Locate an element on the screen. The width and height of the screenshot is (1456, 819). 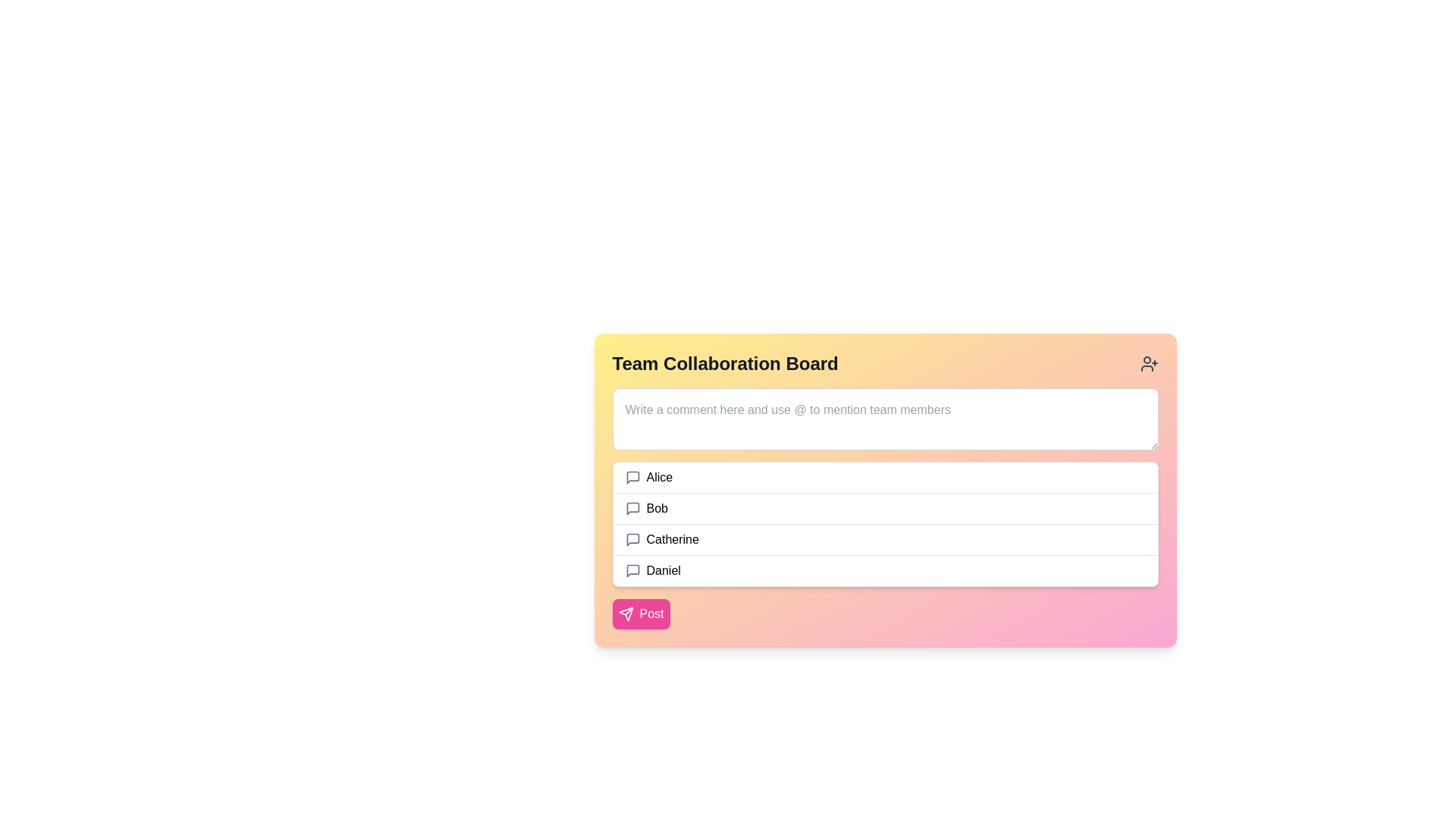
the interactive list item representing the user 'Alice', which is the first item in a vertical list of names is located at coordinates (885, 476).